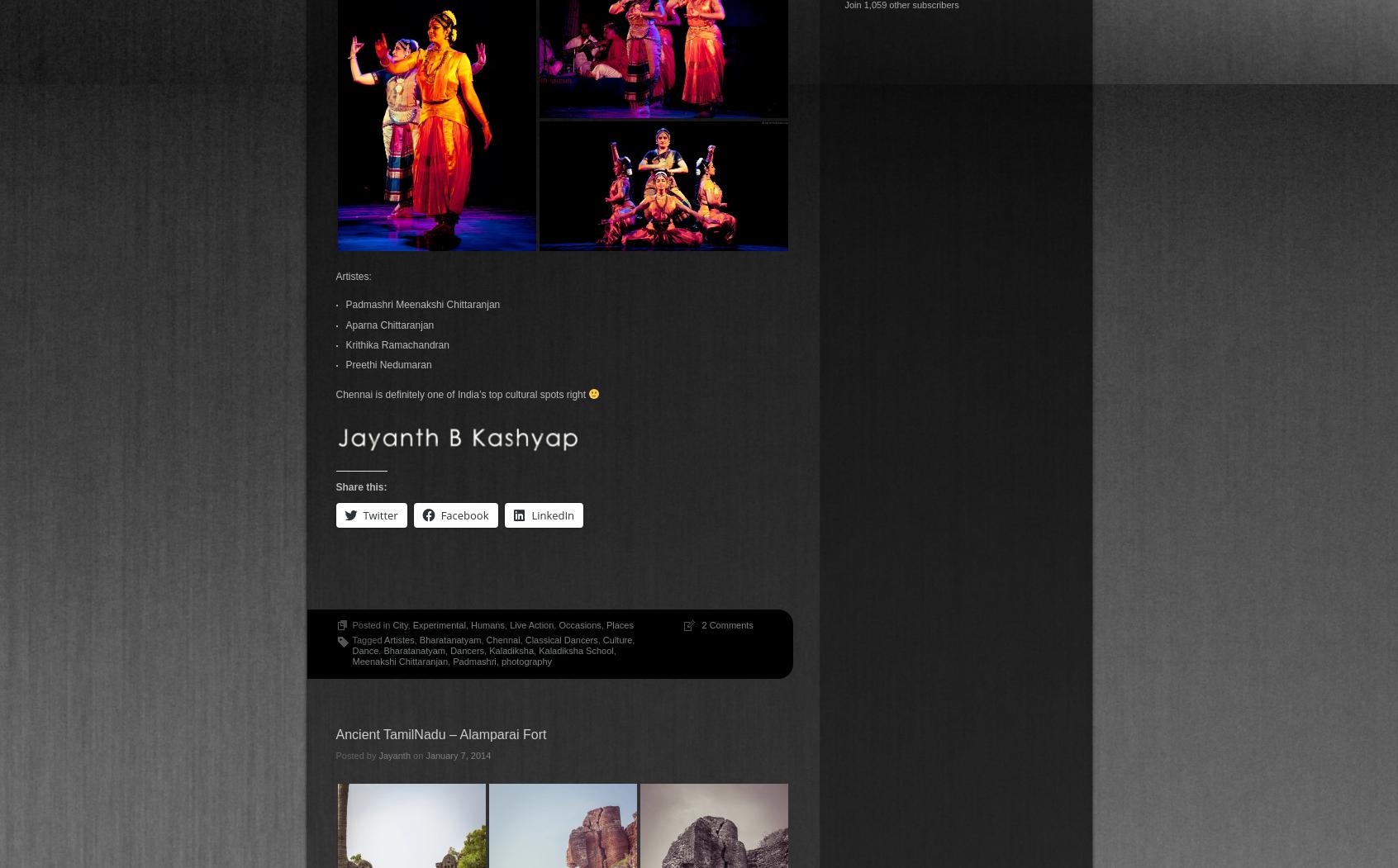 Image resolution: width=1398 pixels, height=868 pixels. Describe the element at coordinates (526, 660) in the screenshot. I see `'photography'` at that location.